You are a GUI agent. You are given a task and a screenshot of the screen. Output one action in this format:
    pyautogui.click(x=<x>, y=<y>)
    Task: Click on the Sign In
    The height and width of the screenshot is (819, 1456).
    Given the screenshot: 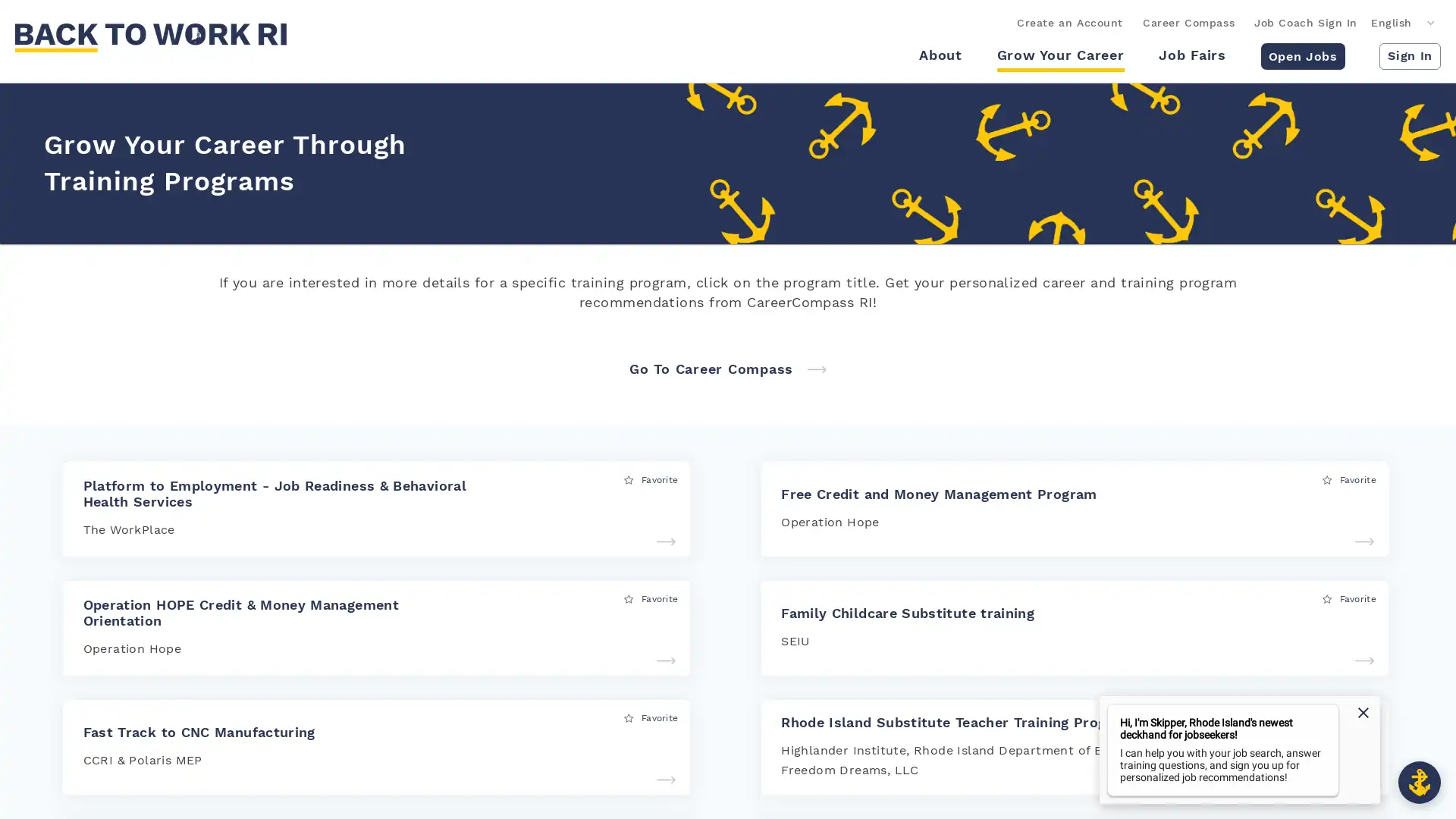 What is the action you would take?
    pyautogui.click(x=1409, y=55)
    